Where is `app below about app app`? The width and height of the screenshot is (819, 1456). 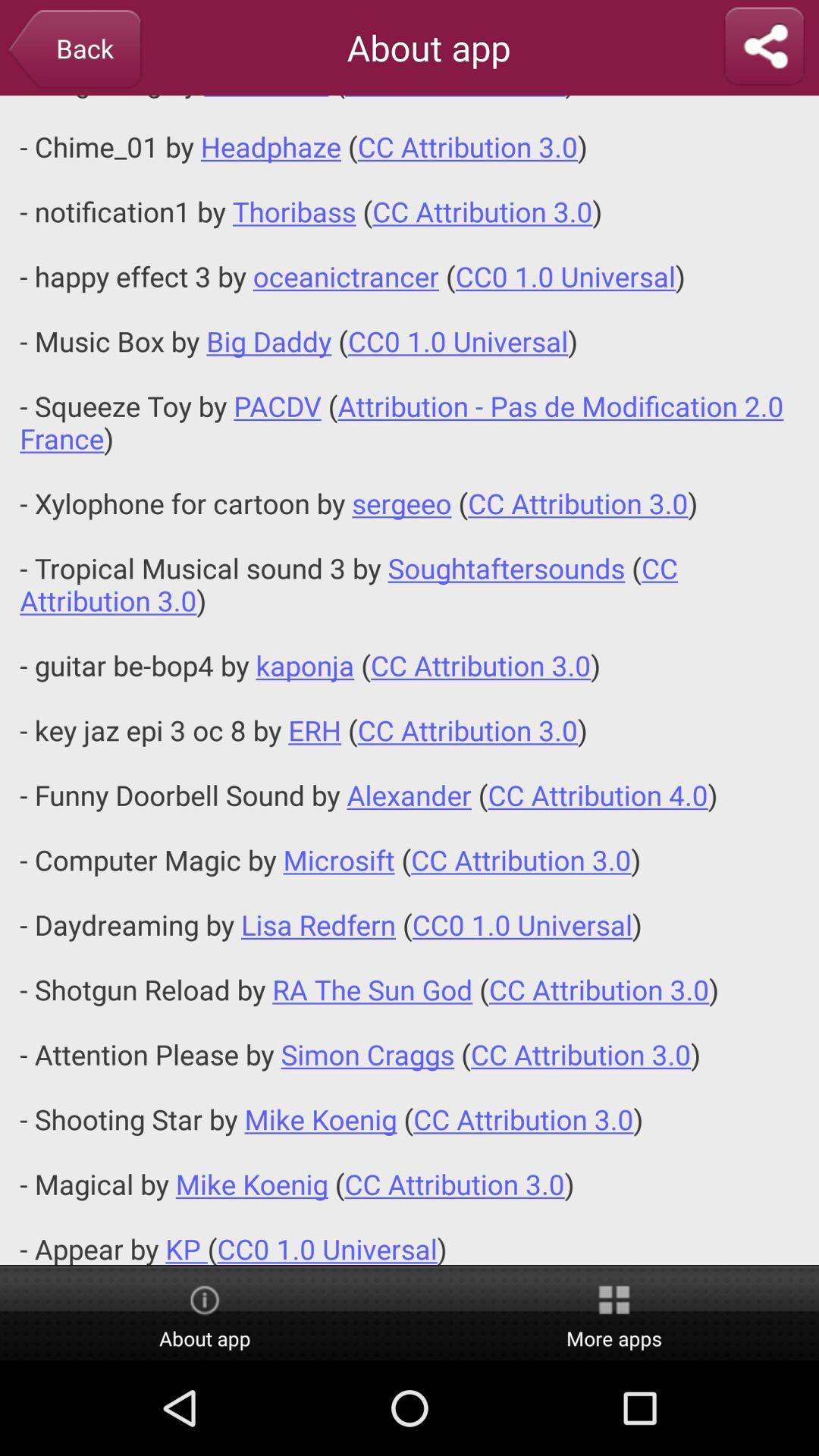
app below about app app is located at coordinates (409, 679).